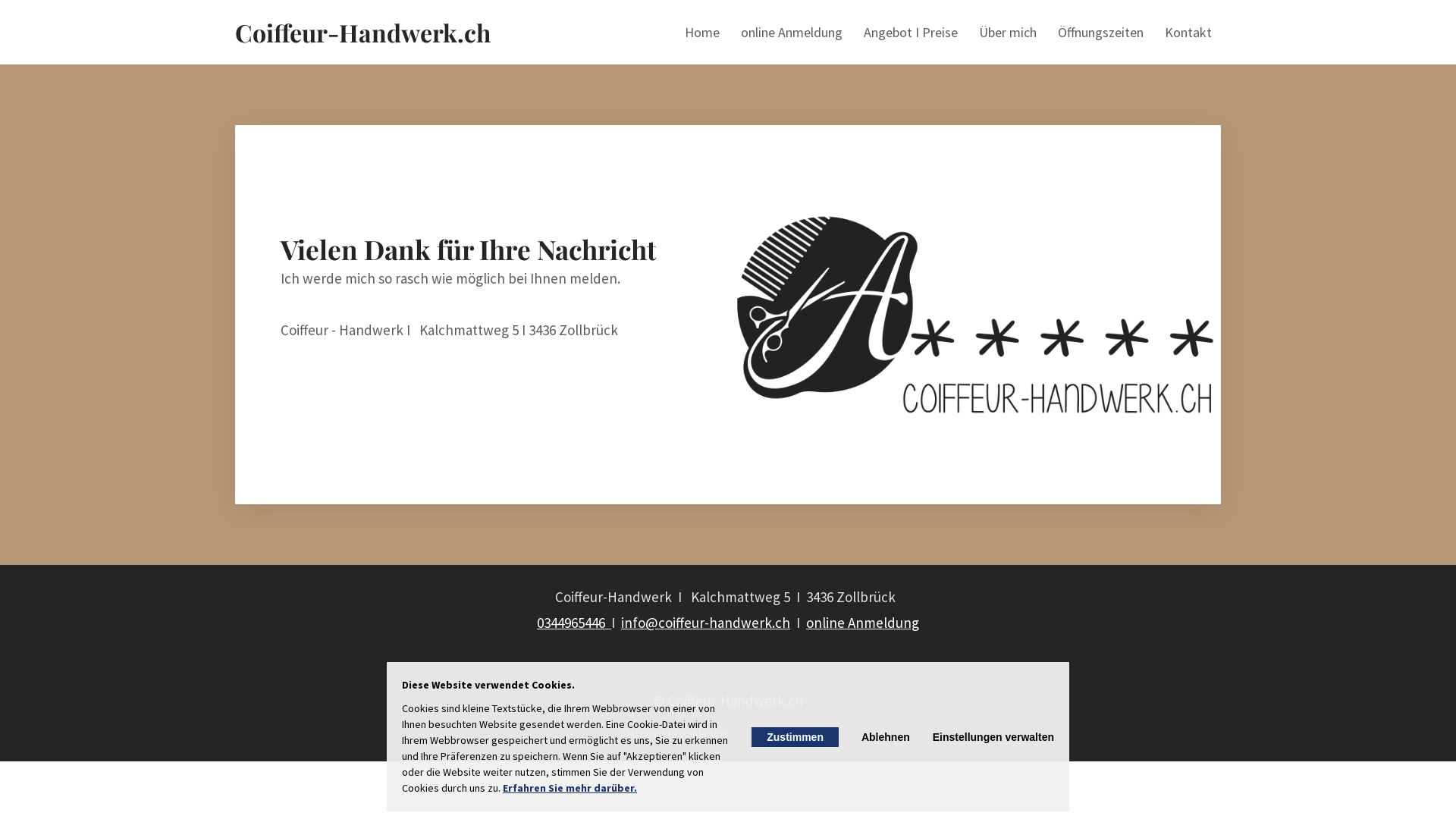 This screenshot has height=819, width=1456. I want to click on 'Zustimmen', so click(751, 736).